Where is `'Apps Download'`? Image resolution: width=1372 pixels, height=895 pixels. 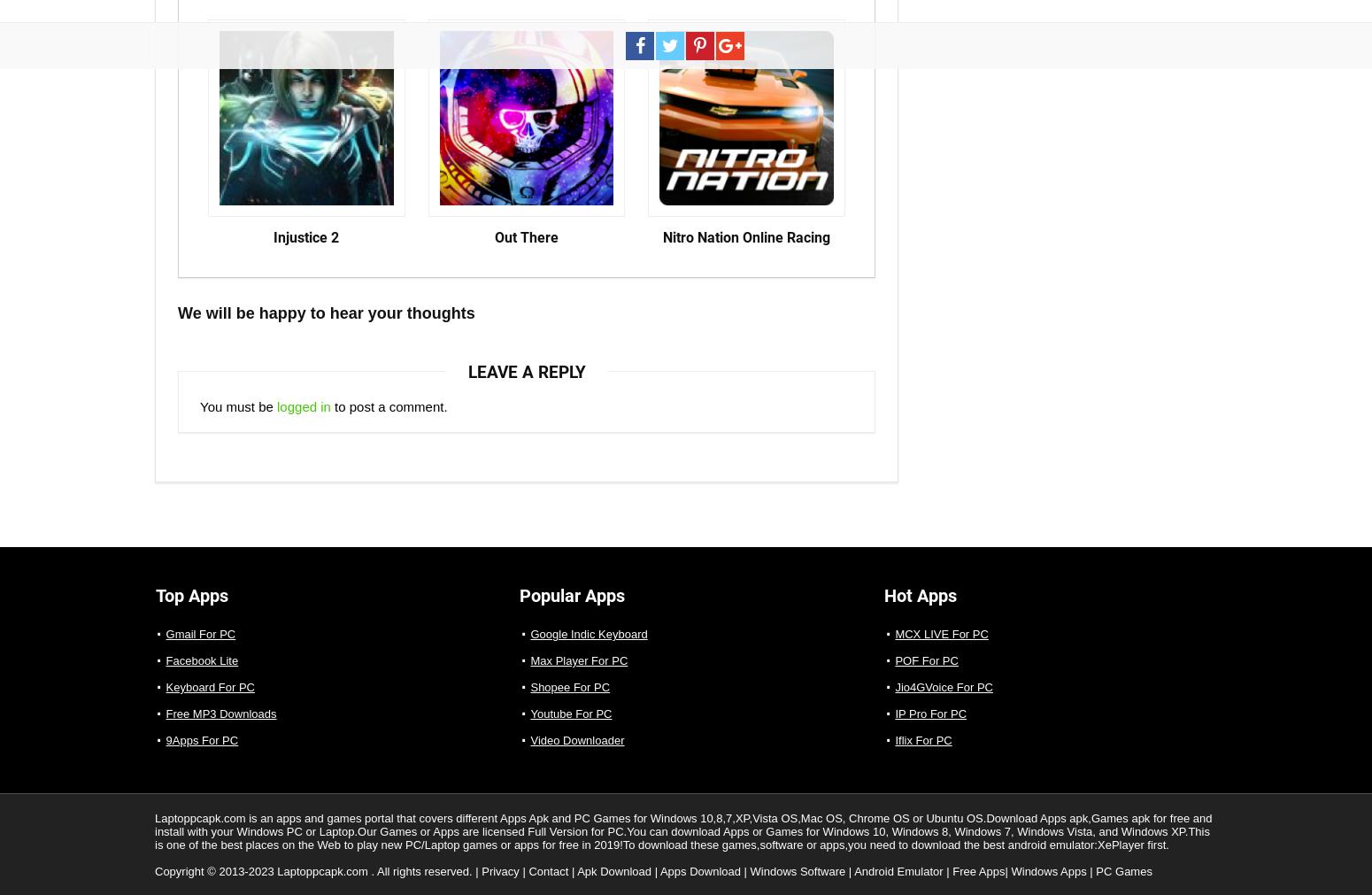 'Apps Download' is located at coordinates (699, 871).